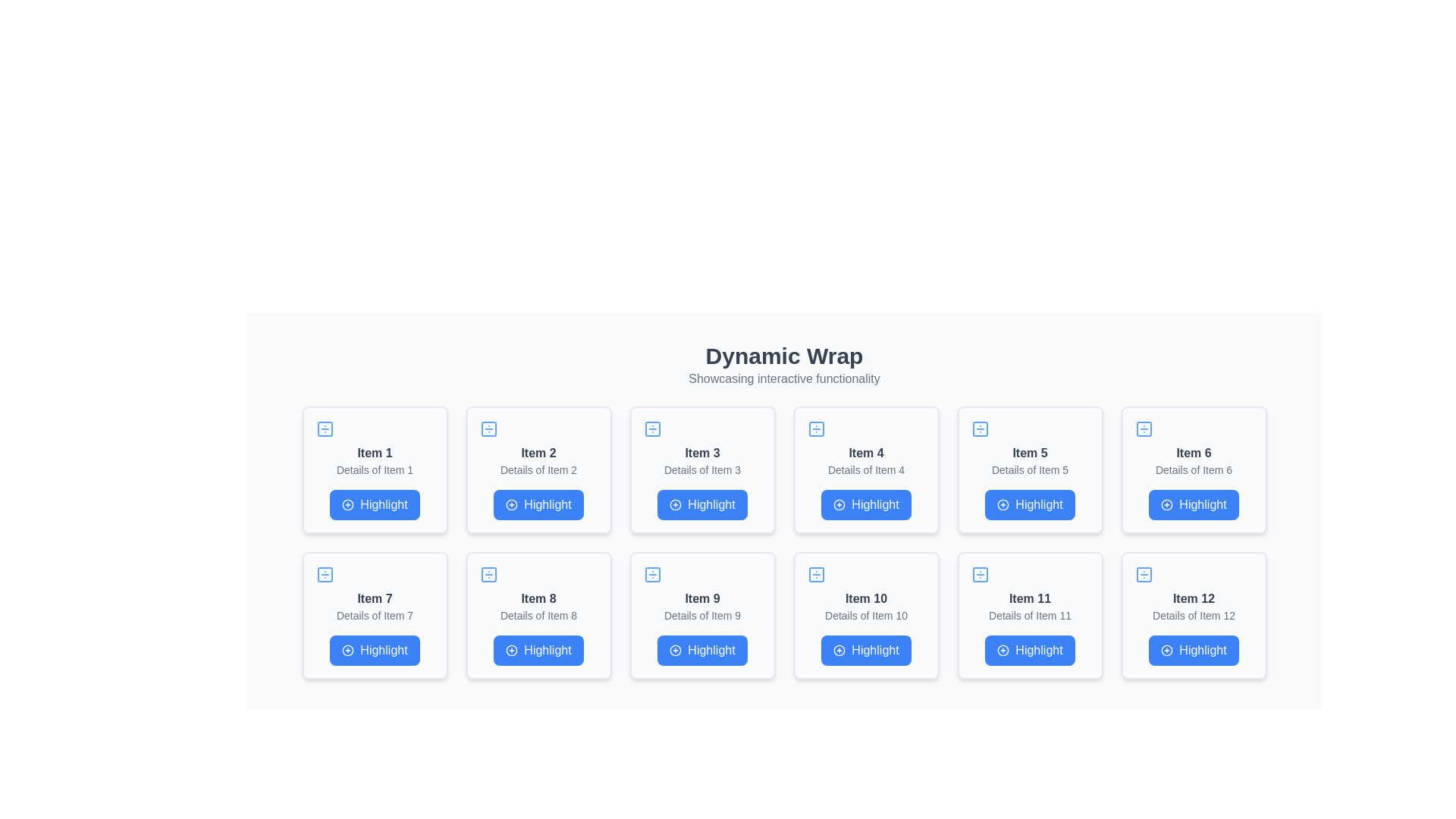  Describe the element at coordinates (1193, 649) in the screenshot. I see `the button located in the bottom section of the 'Item 12' card` at that location.